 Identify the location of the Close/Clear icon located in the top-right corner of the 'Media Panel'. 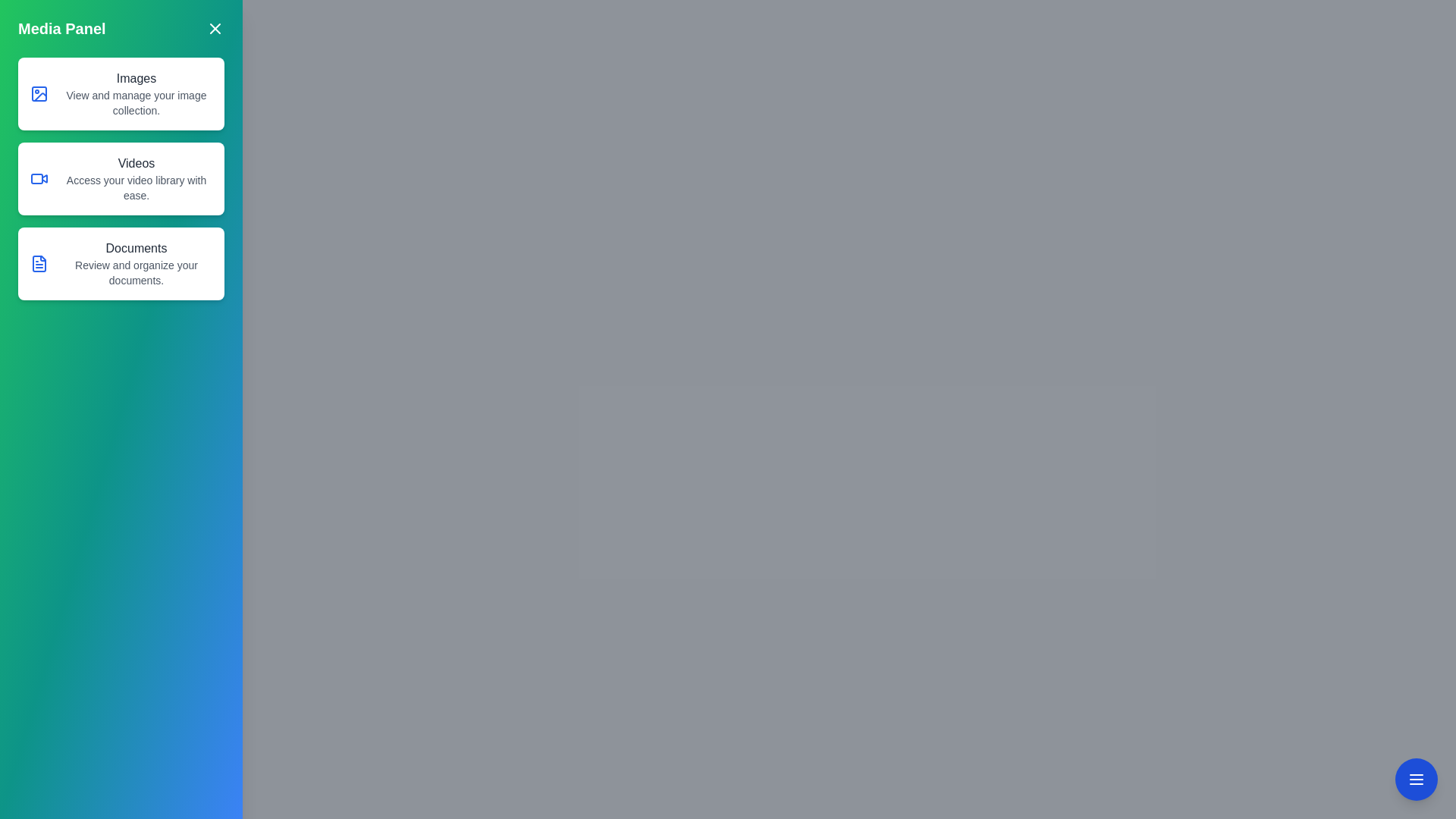
(214, 29).